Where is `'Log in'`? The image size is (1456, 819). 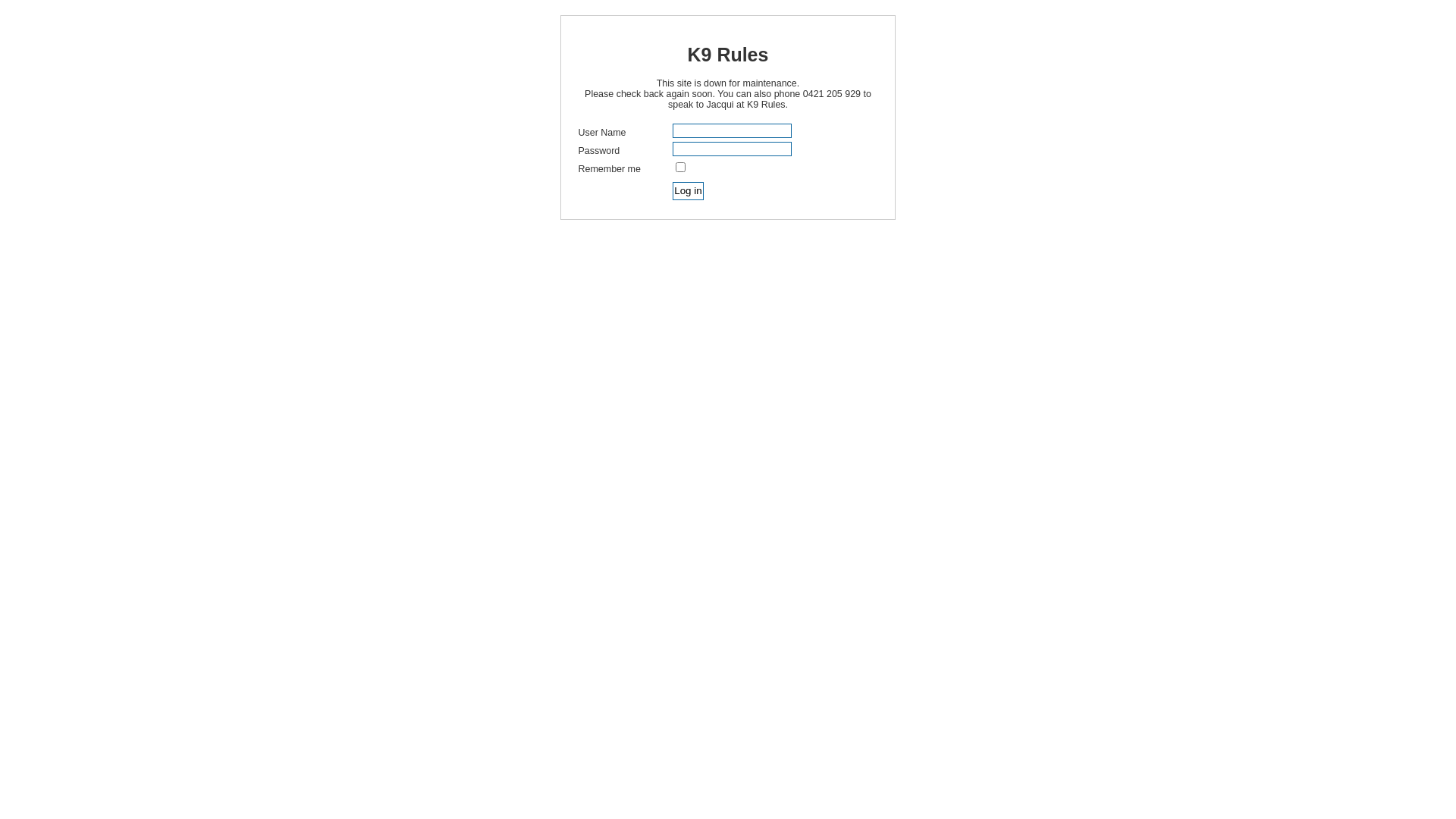 'Log in' is located at coordinates (687, 190).